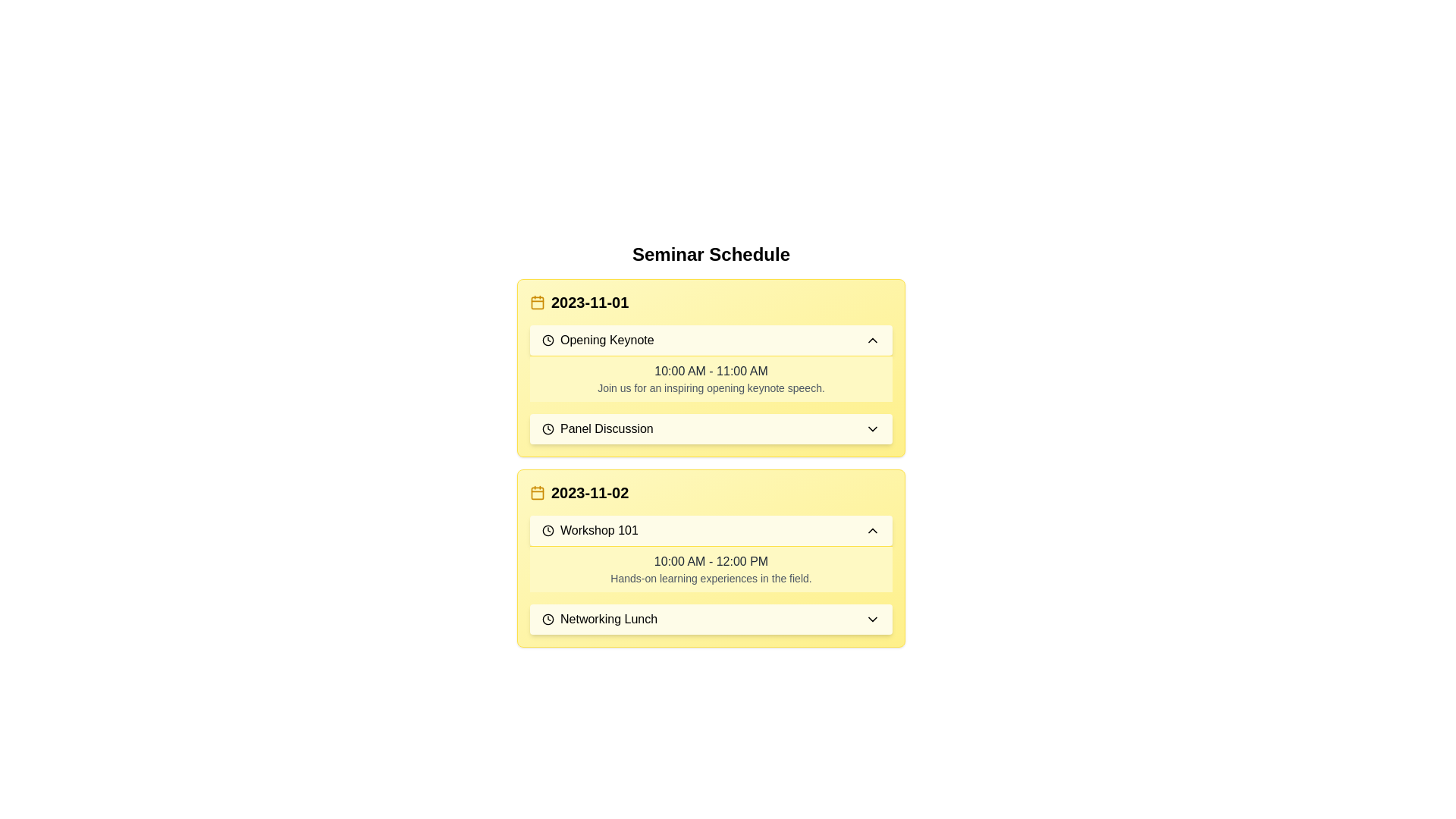 The image size is (1456, 819). What do you see at coordinates (538, 302) in the screenshot?
I see `the calendar icon with a yellow outline located on the upper left-hand side of the date heading '2023-11-01'` at bounding box center [538, 302].